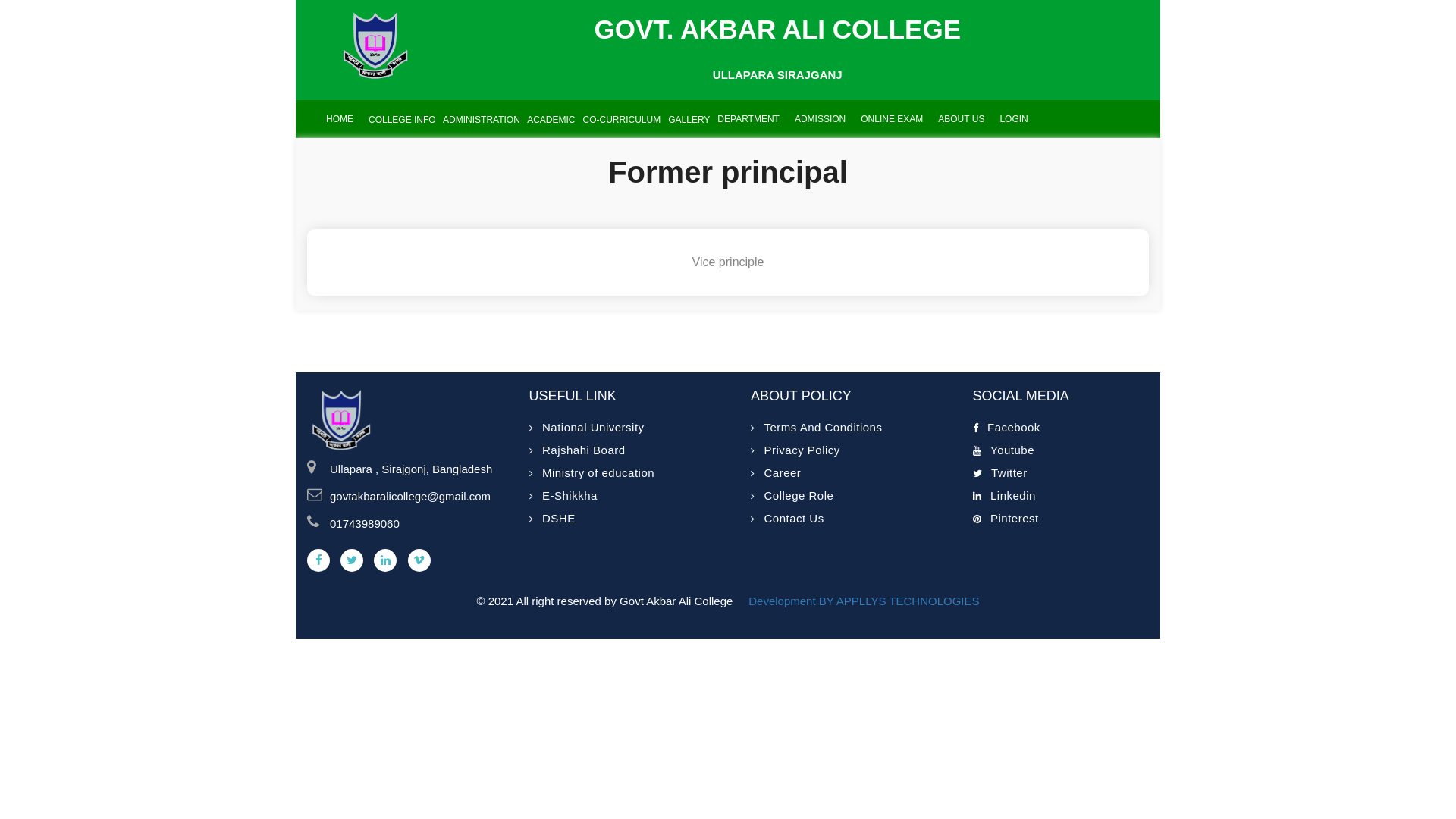  Describe the element at coordinates (398, 118) in the screenshot. I see `'   COLLEGE INFO'` at that location.